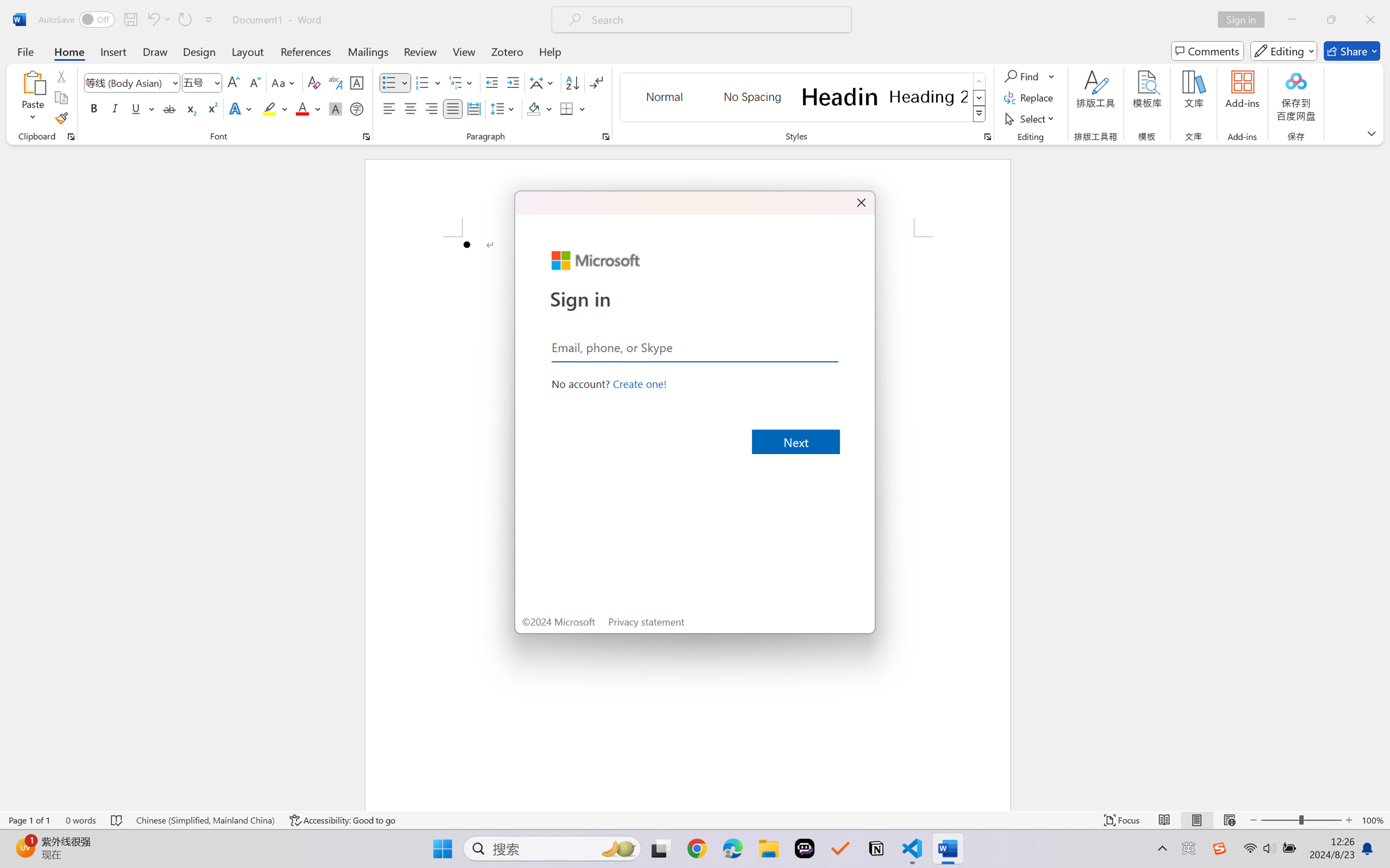  What do you see at coordinates (184, 19) in the screenshot?
I see `'Repeat Bullet Default'` at bounding box center [184, 19].